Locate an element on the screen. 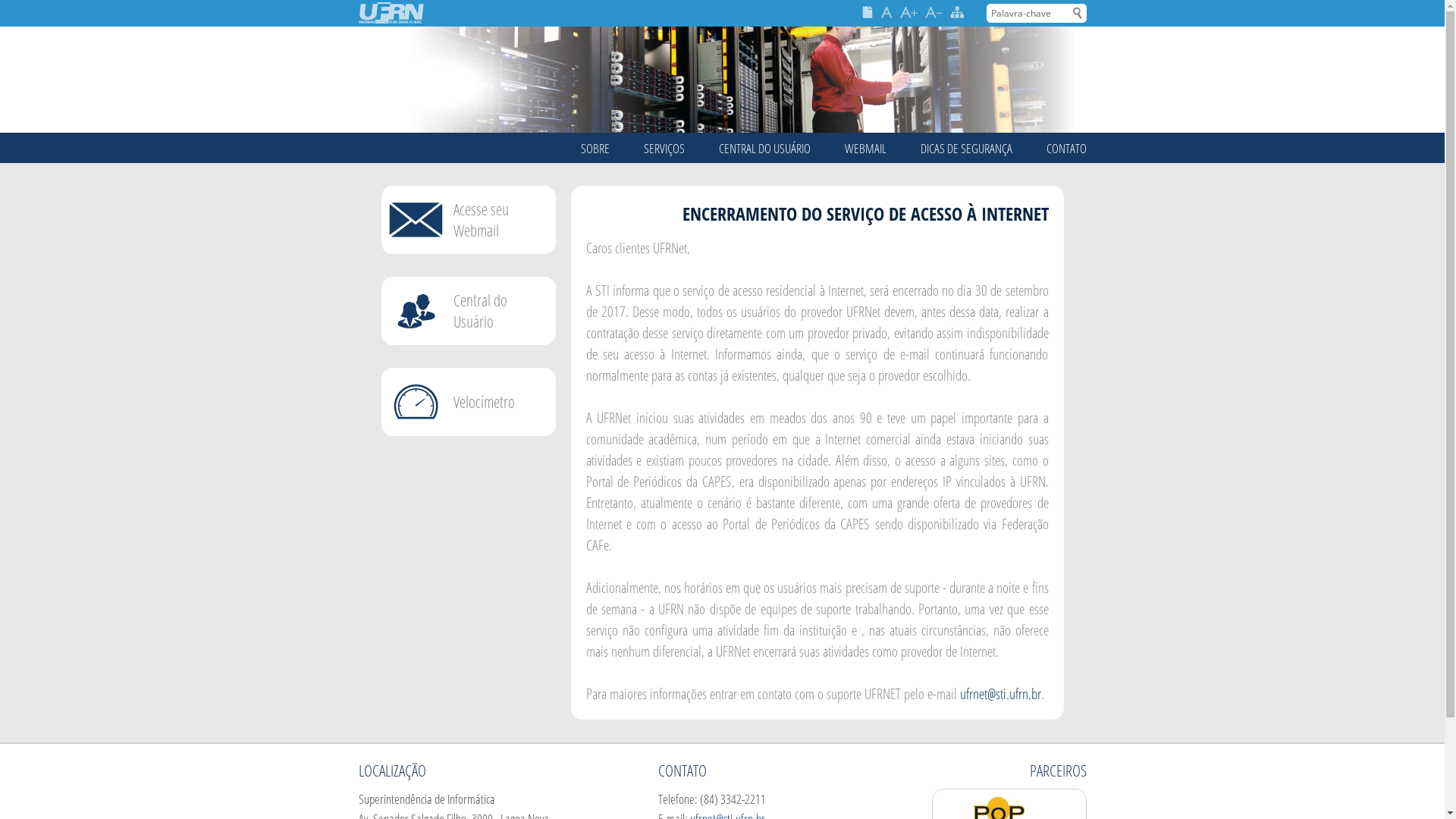 The height and width of the screenshot is (819, 1456). 'SOBRE' is located at coordinates (595, 148).